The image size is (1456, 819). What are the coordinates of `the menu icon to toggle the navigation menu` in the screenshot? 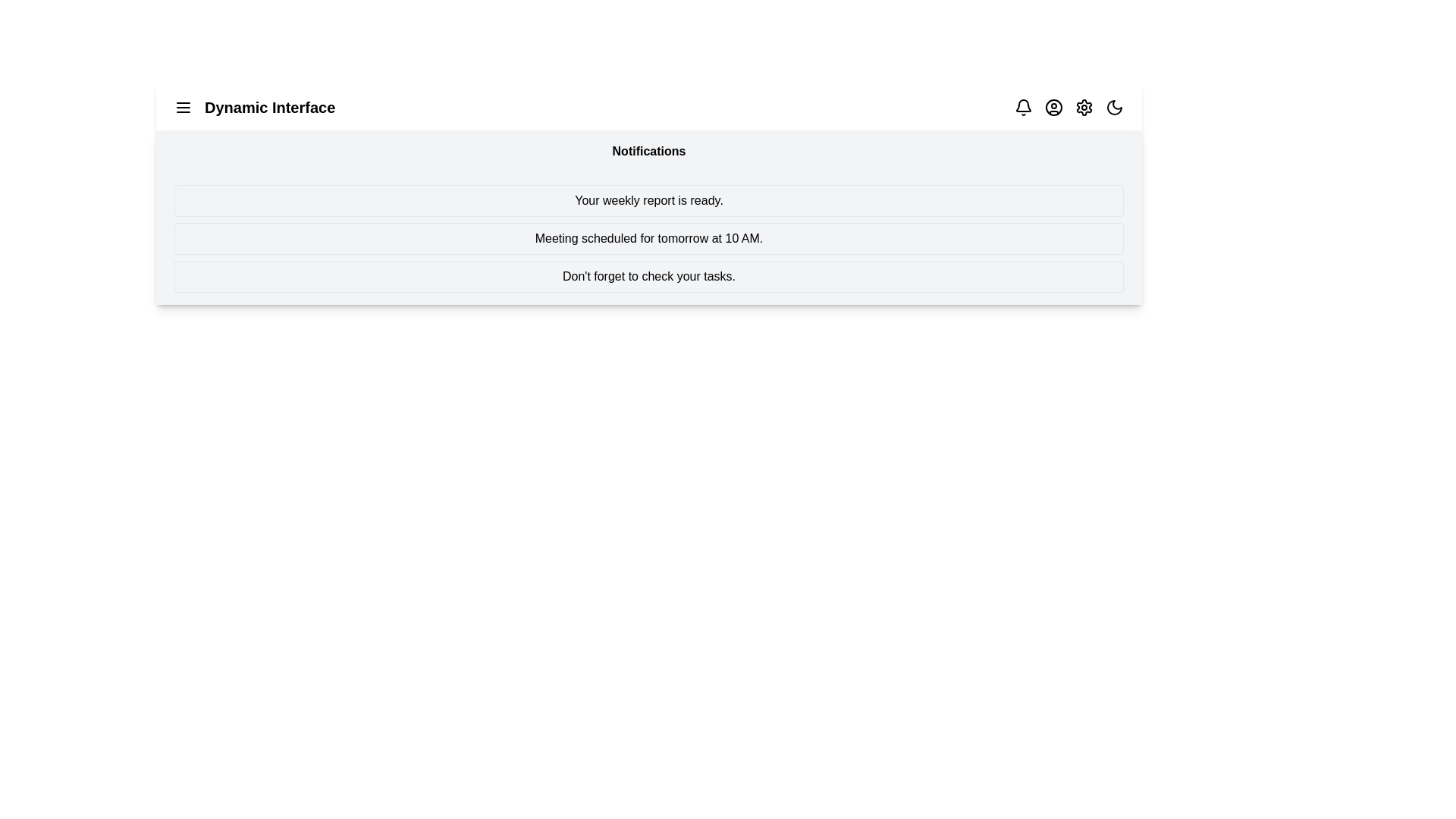 It's located at (182, 107).